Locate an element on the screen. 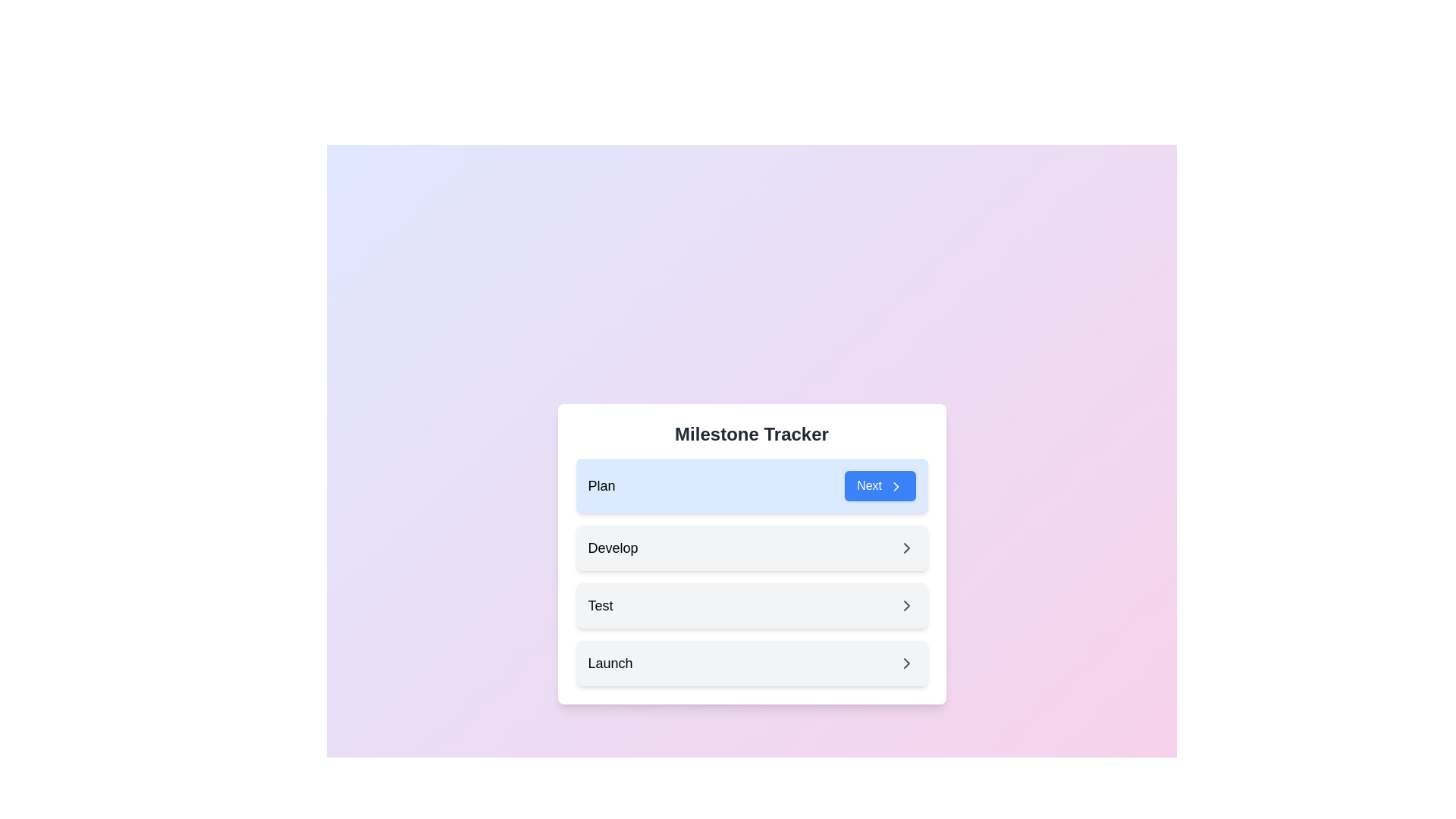 The width and height of the screenshot is (1456, 819). the rightward-pointing chevron arrow icon, which is part of the last list item labeled 'Launch' in the 'Milestone Tracker' section is located at coordinates (906, 663).